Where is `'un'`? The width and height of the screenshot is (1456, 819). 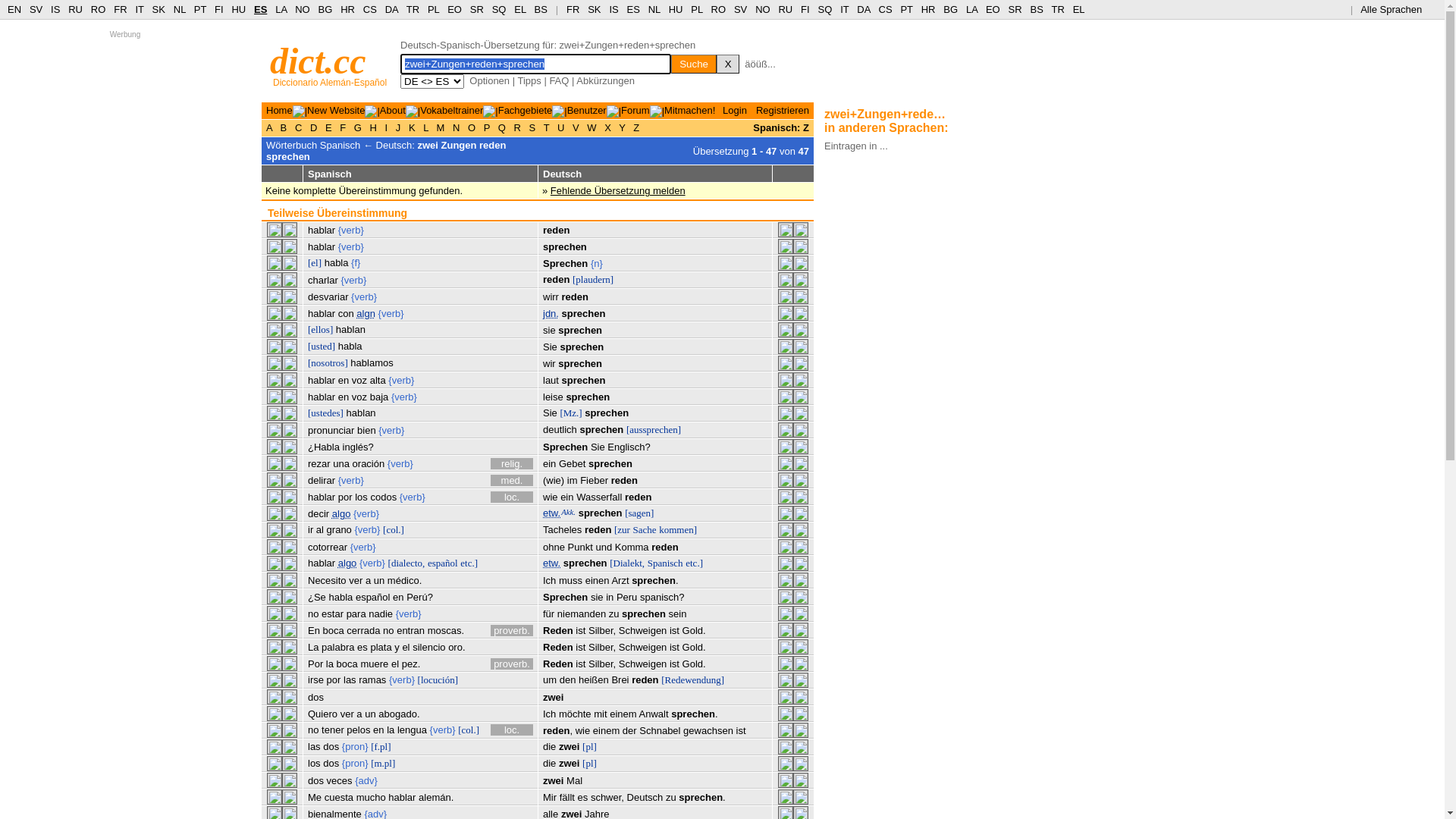 'un' is located at coordinates (370, 714).